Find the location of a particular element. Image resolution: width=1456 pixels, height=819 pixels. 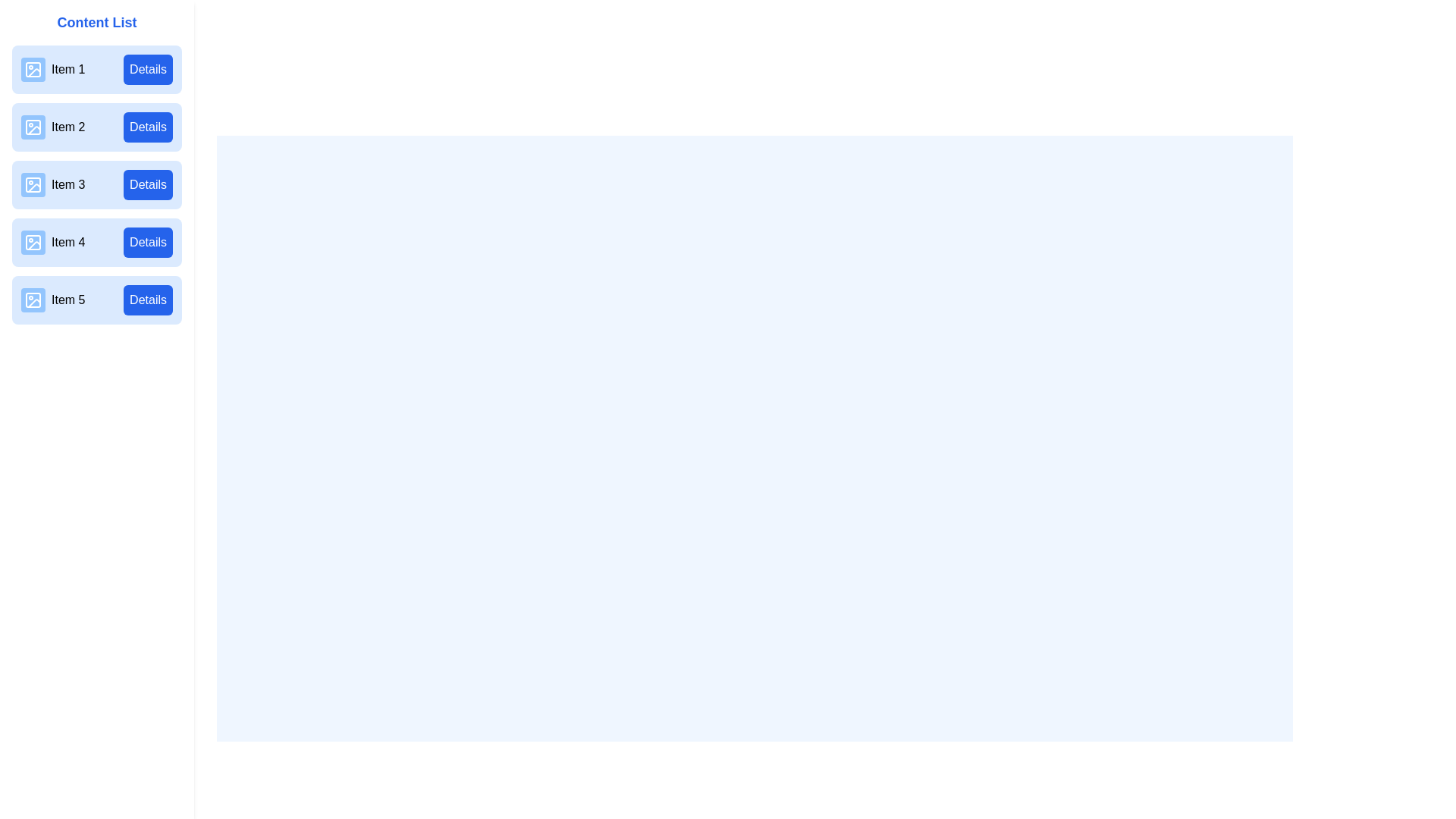

the icon indicating an image or item related to 'Item 1' in the 'Content List' sidebar is located at coordinates (33, 70).